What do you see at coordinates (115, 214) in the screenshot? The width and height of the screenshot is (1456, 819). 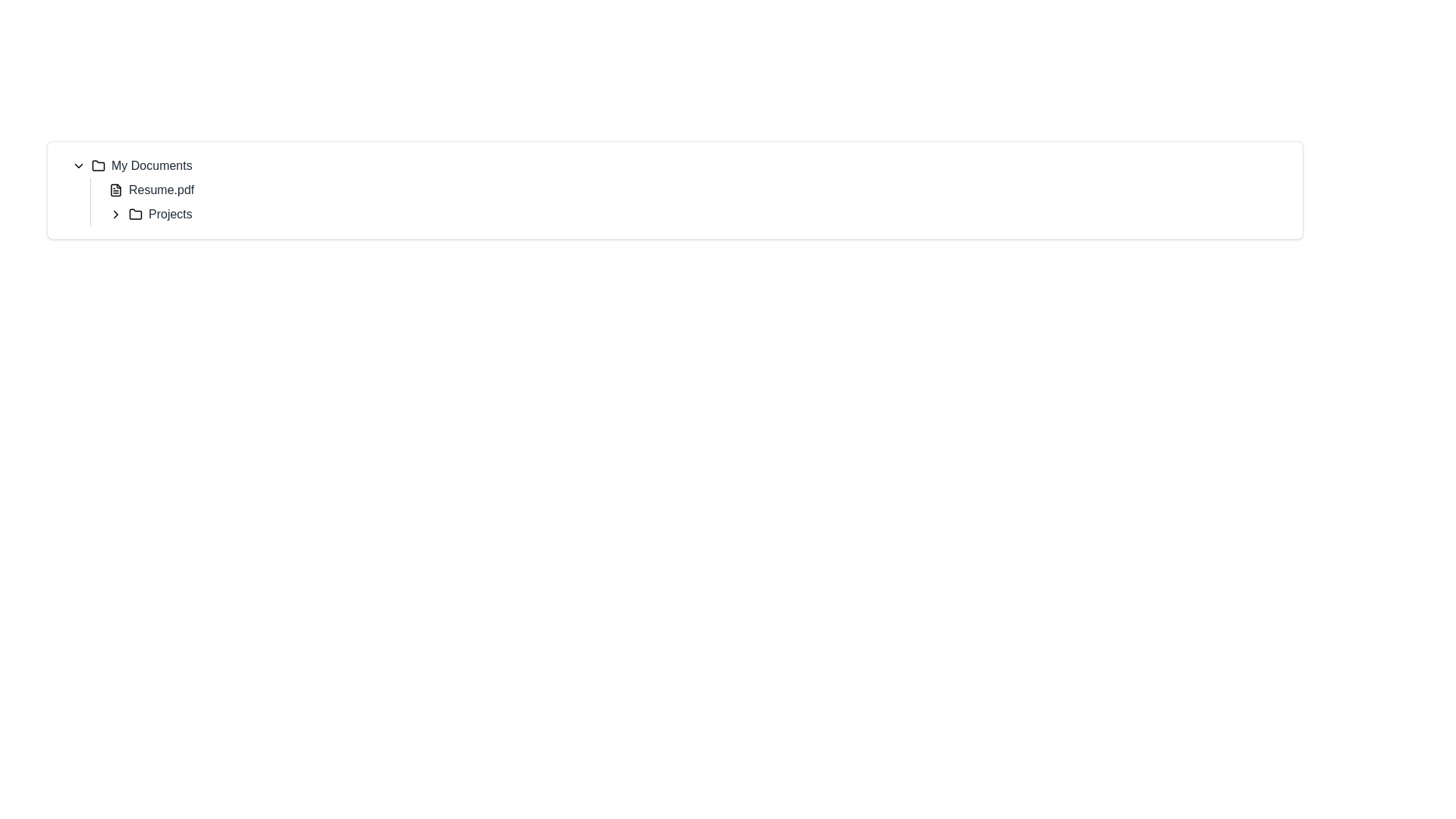 I see `the chevron icon located on the left side of the 'Projects' label` at bounding box center [115, 214].